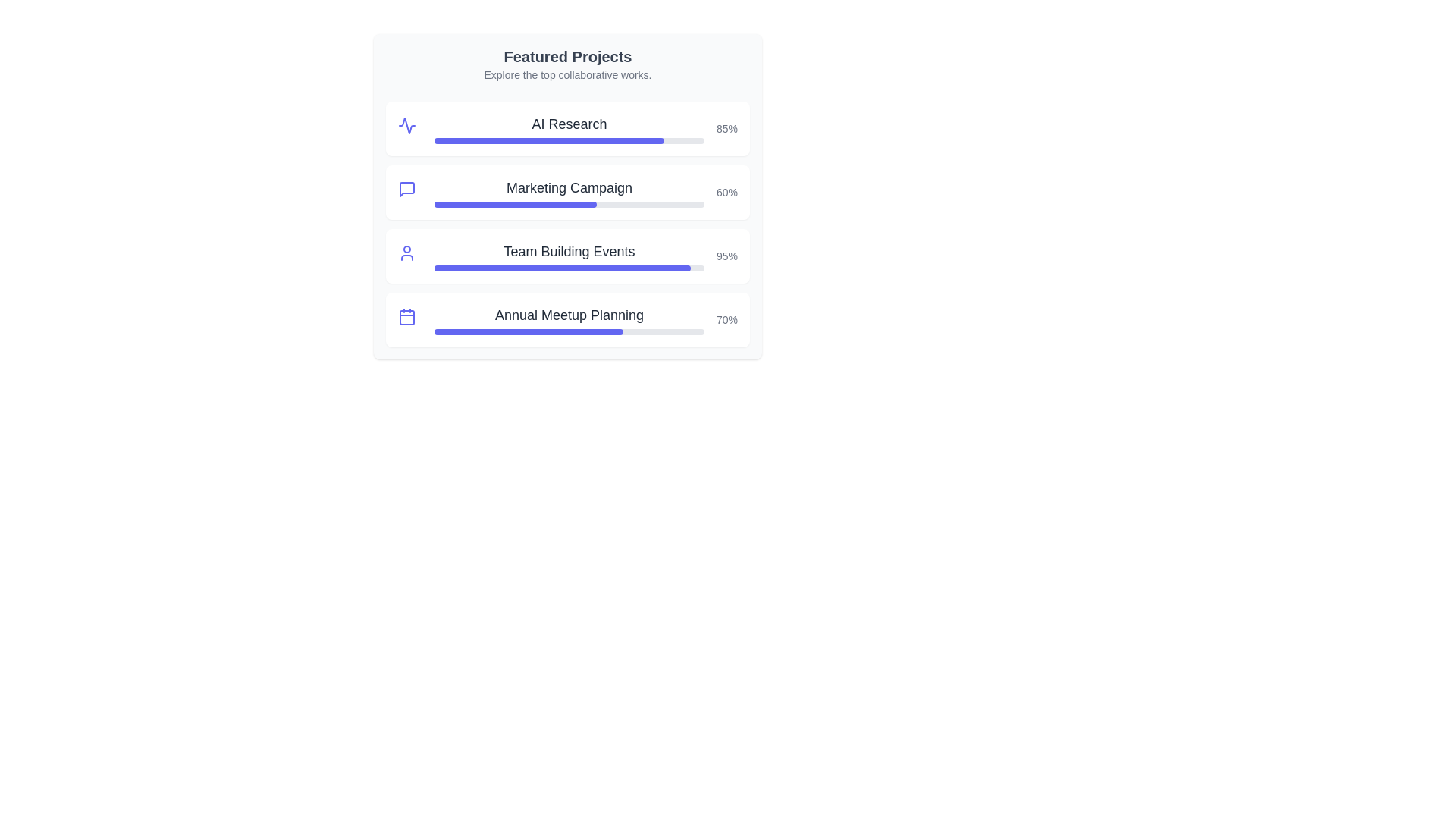  I want to click on the project titled Team Building Events, so click(567, 250).